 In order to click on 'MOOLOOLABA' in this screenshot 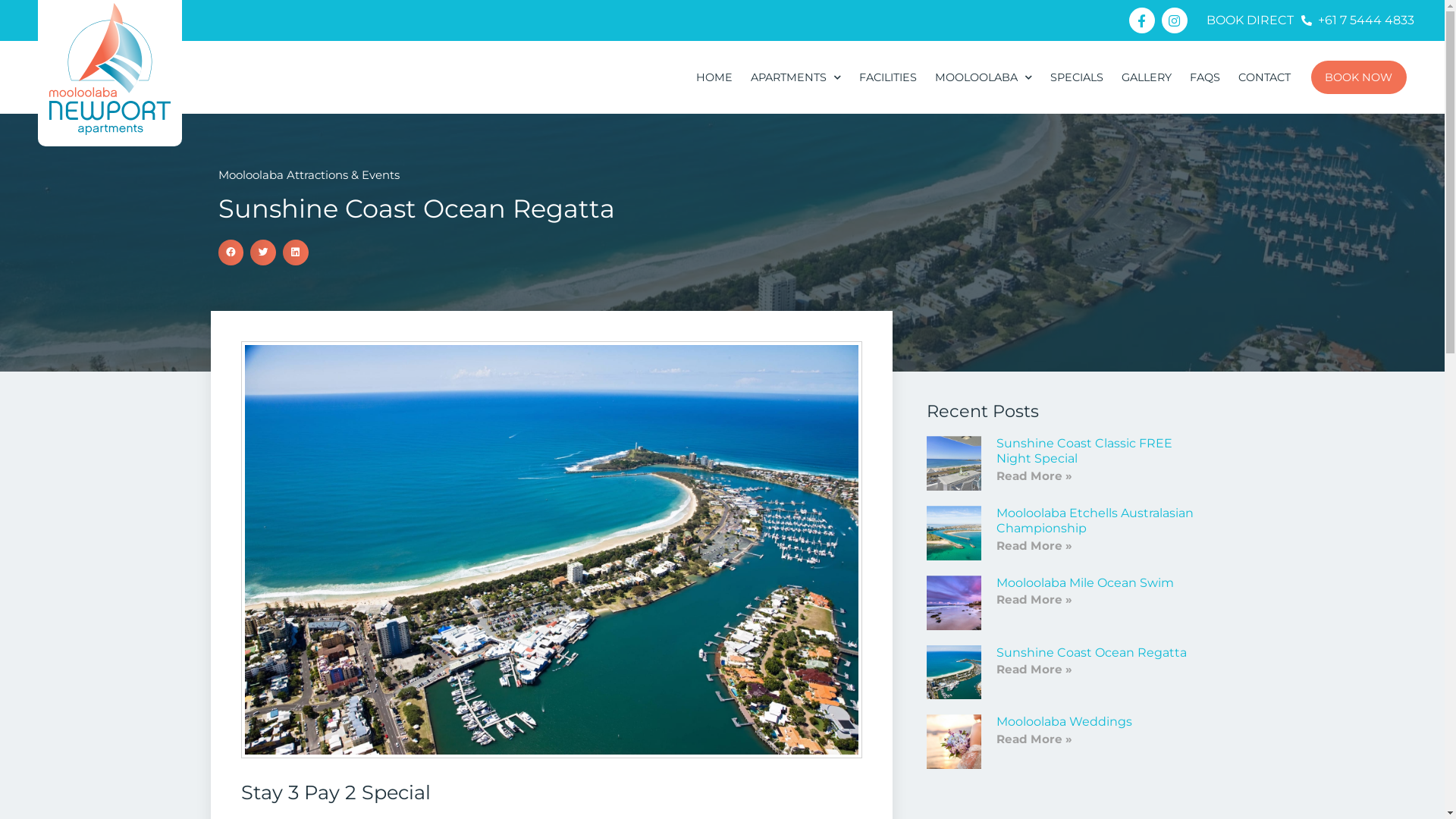, I will do `click(983, 77)`.